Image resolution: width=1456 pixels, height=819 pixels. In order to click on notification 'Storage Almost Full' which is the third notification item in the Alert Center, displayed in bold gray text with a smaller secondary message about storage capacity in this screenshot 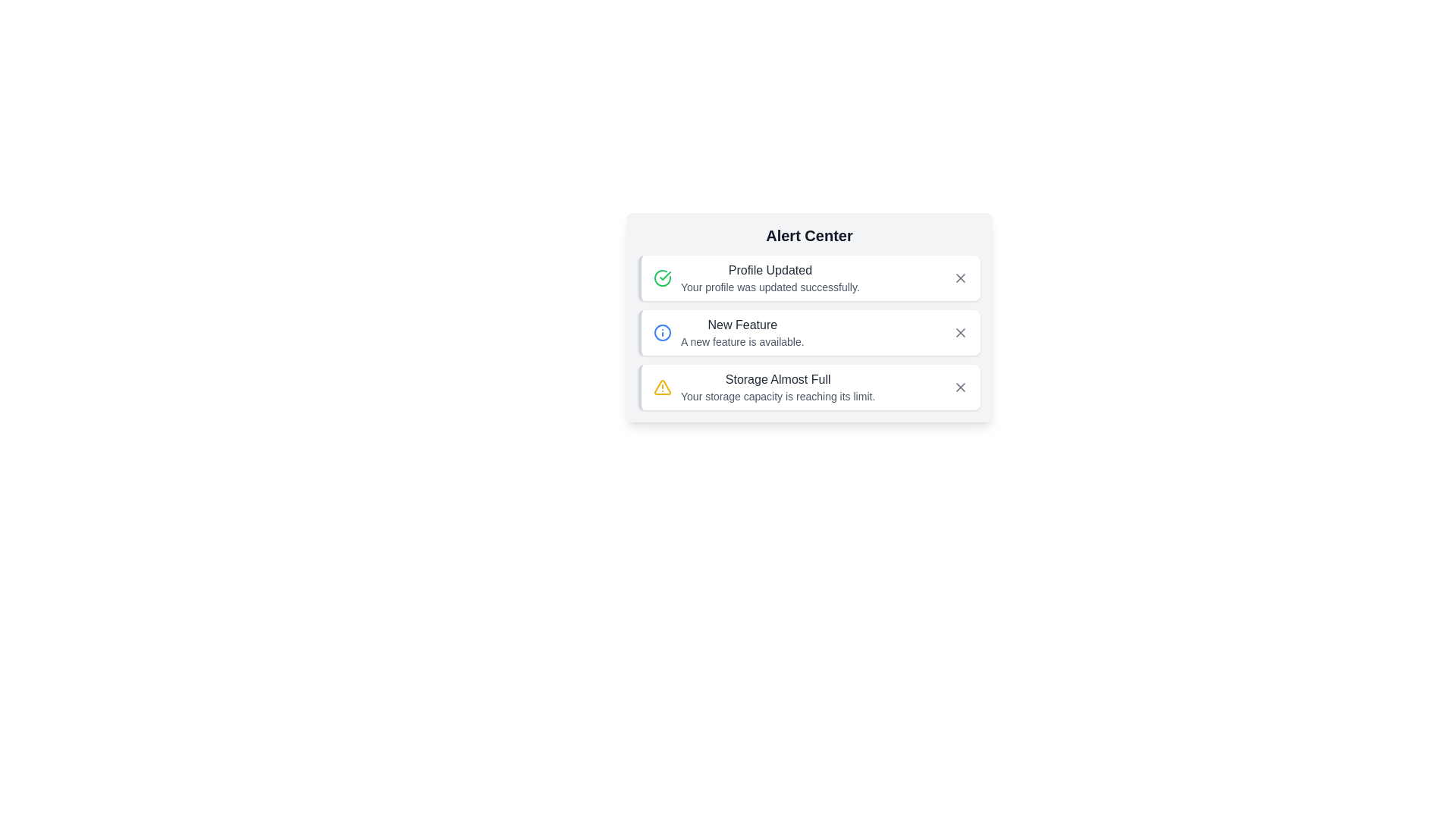, I will do `click(778, 386)`.